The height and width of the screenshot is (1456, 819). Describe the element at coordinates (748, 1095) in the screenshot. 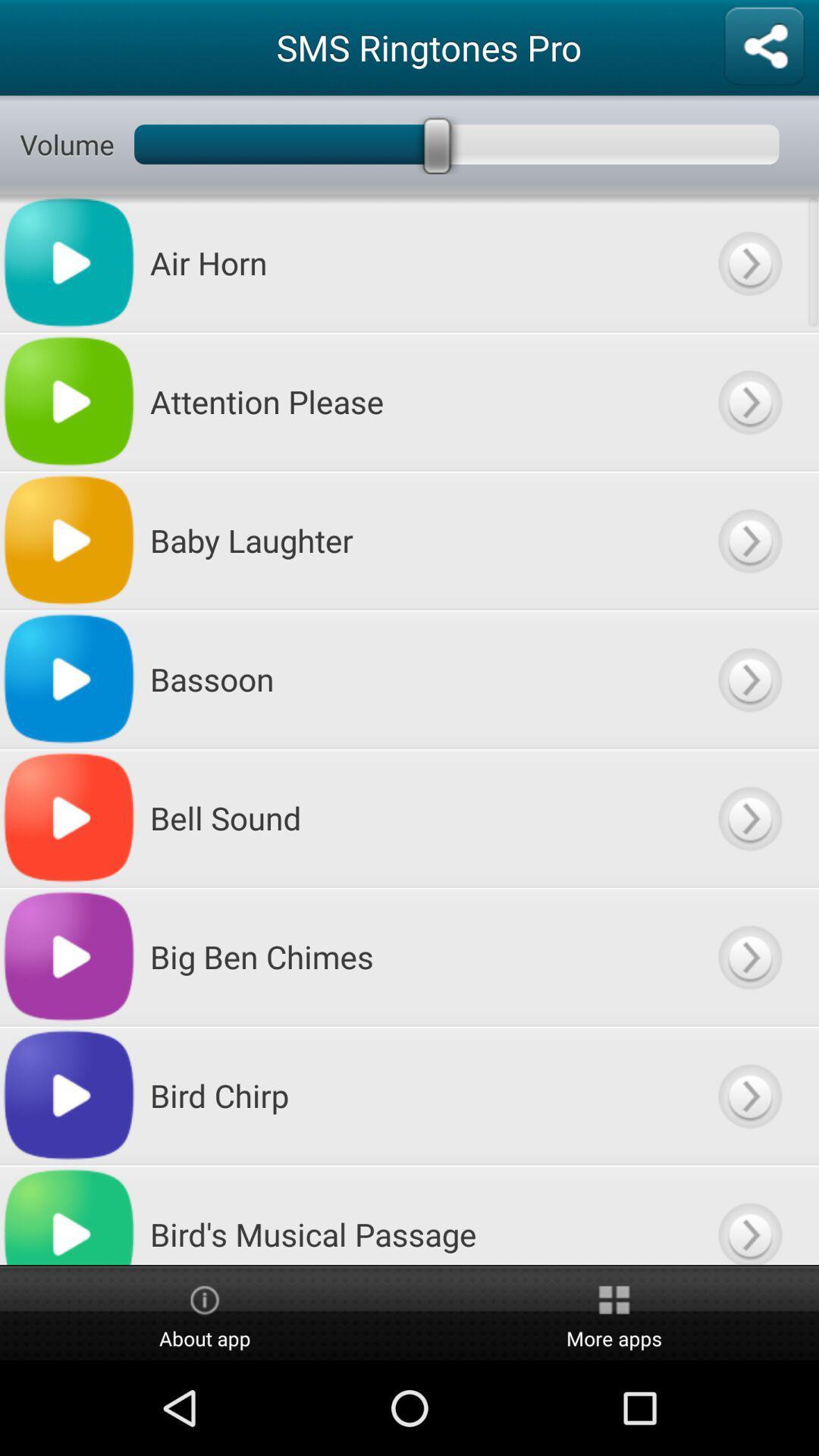

I see `bird chrip` at that location.